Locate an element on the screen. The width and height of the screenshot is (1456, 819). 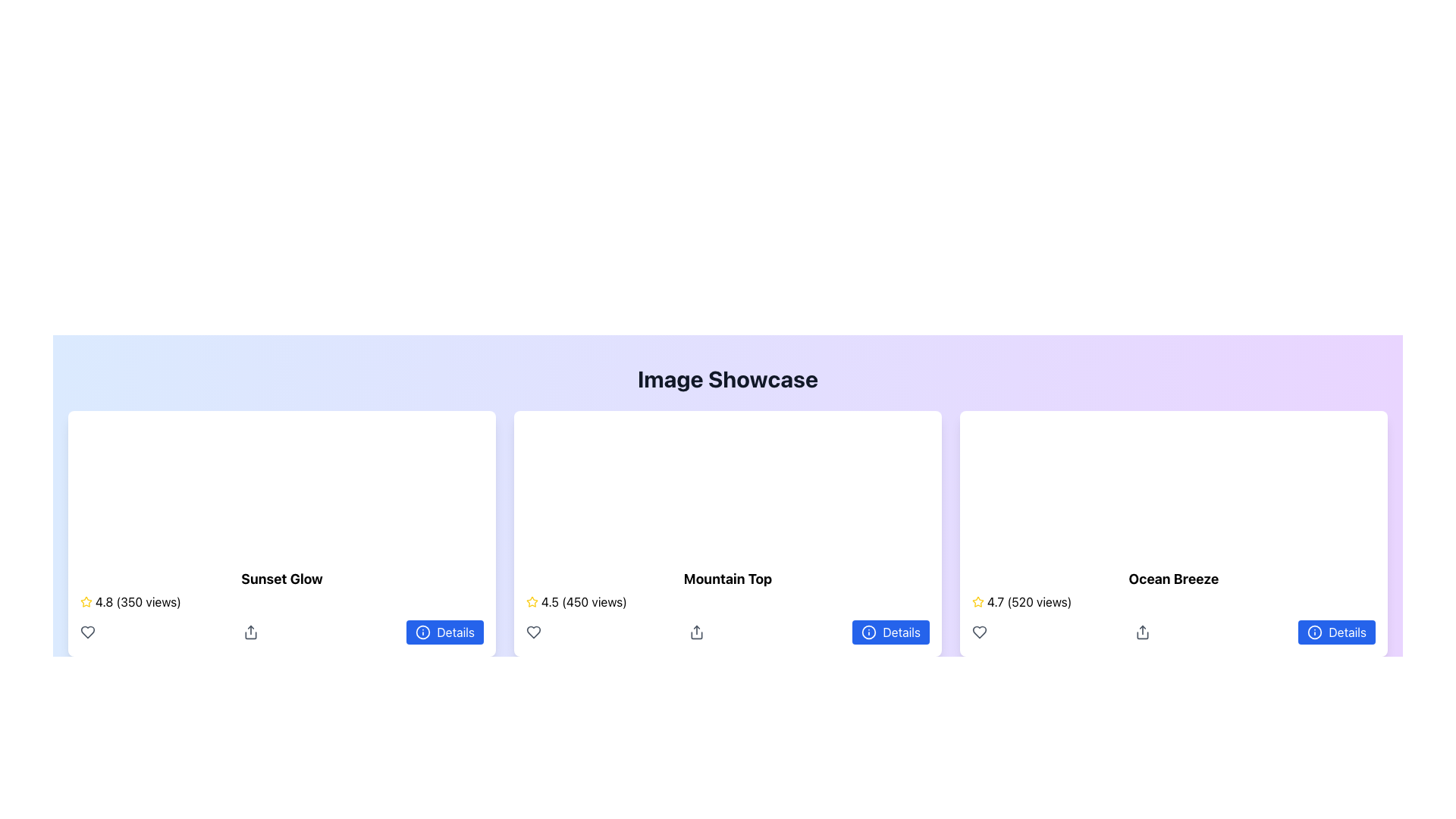
the share button located below the title 'Mountain Top', positioned to the right of the heart-shaped icon and above the 'Details' button is located at coordinates (696, 632).